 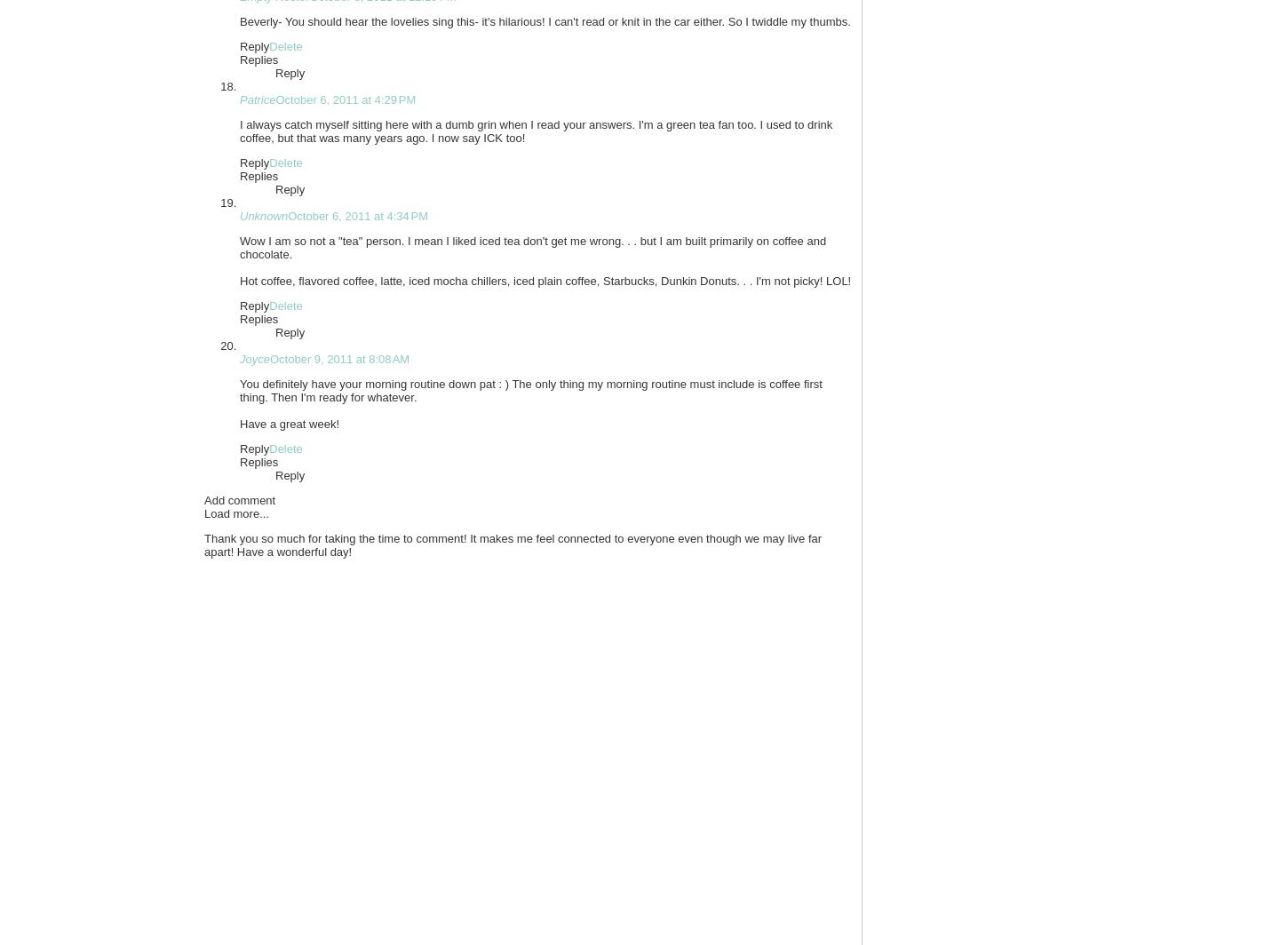 What do you see at coordinates (345, 99) in the screenshot?
I see `'October 6, 2011 at 4:29 PM'` at bounding box center [345, 99].